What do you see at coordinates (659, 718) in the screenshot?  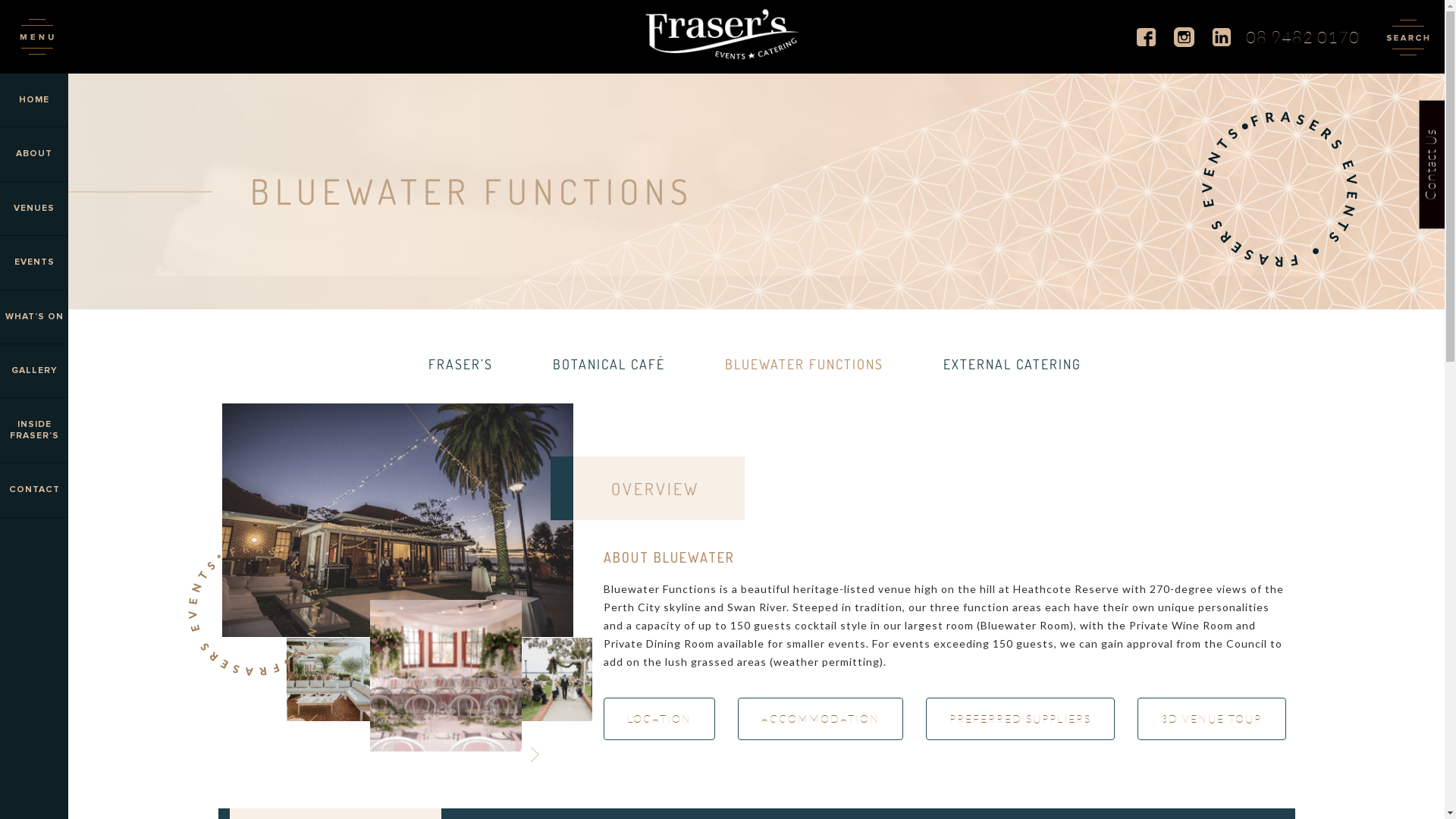 I see `'LOCATION'` at bounding box center [659, 718].